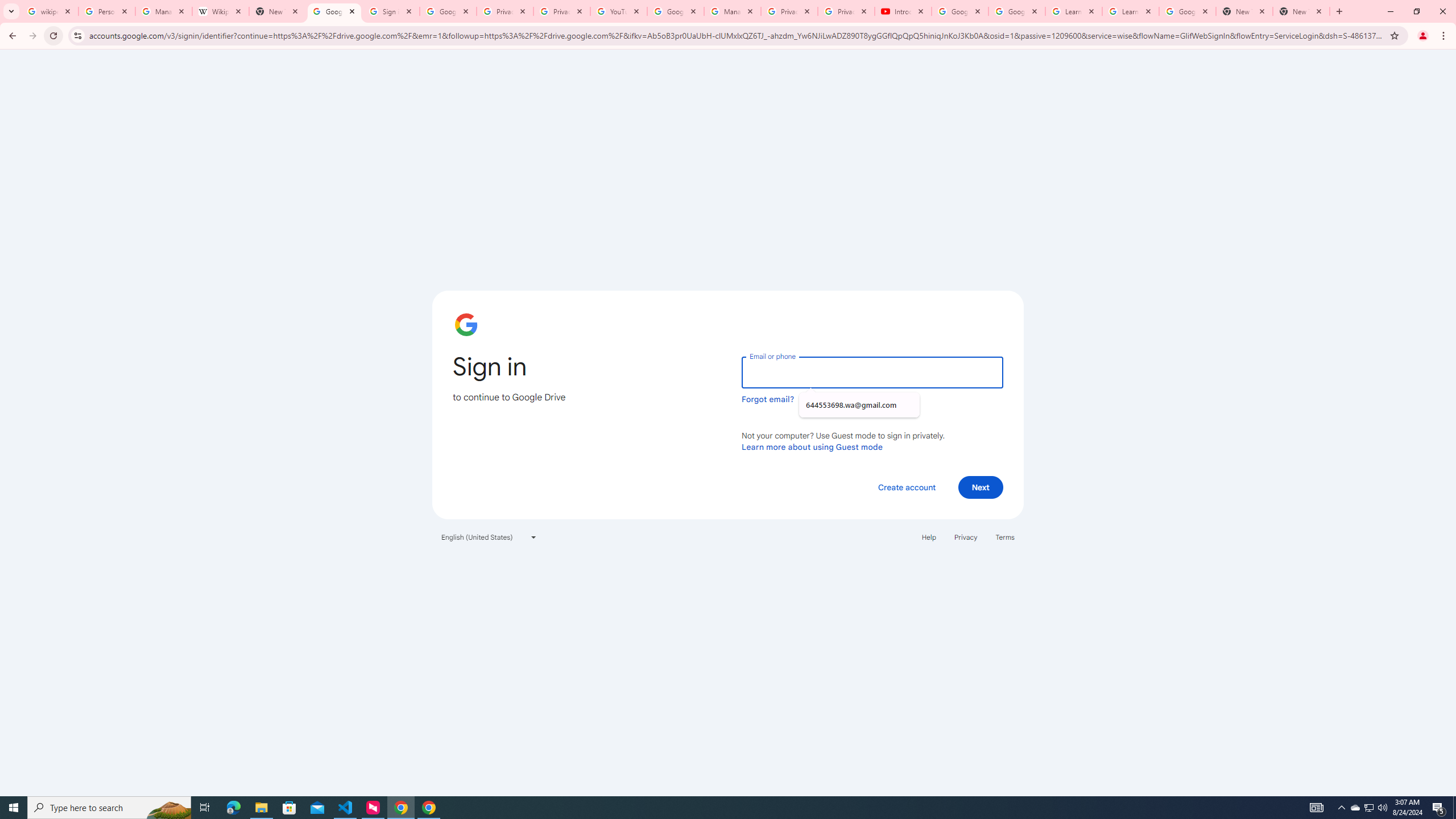 This screenshot has width=1456, height=819. What do you see at coordinates (906, 486) in the screenshot?
I see `'Create account'` at bounding box center [906, 486].